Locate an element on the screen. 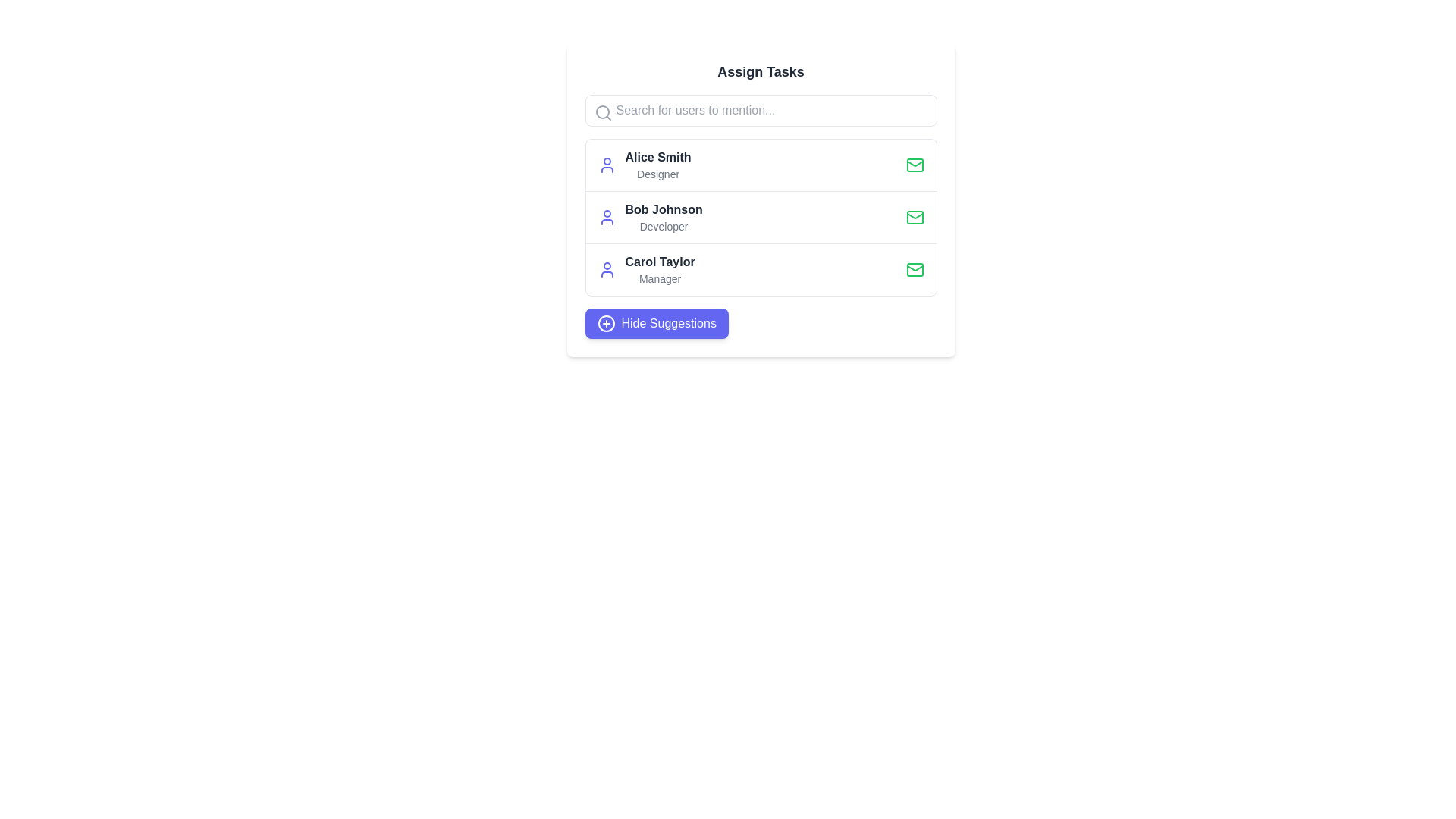 This screenshot has height=819, width=1456. the static text label displaying 'Bob Johnson' in bold dark gray, located in the second entry of the vertically aligned list in the 'Assign Tasks' panel is located at coordinates (664, 210).